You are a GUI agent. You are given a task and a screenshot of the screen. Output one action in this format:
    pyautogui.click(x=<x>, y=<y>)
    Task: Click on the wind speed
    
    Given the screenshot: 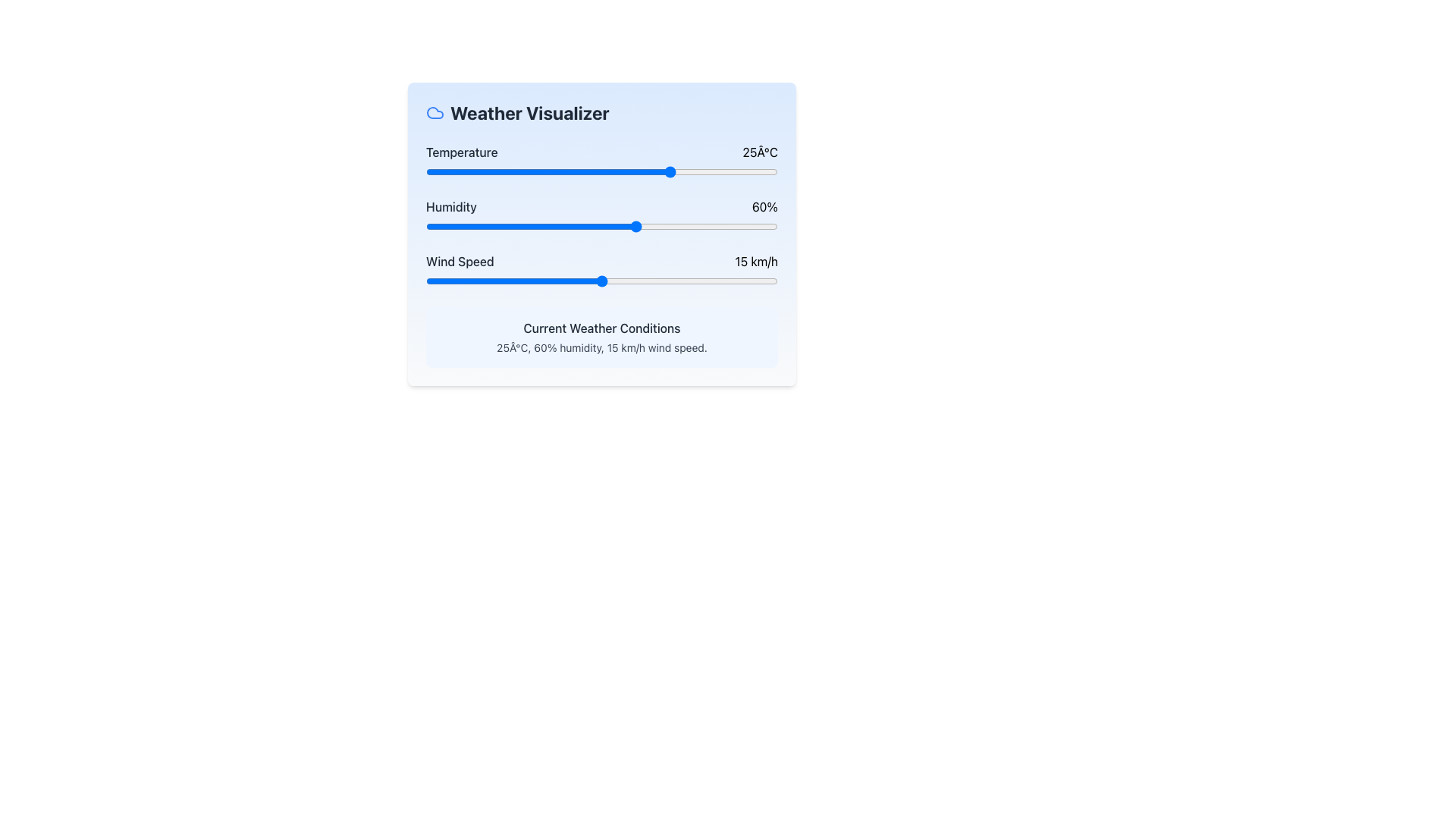 What is the action you would take?
    pyautogui.click(x=508, y=281)
    